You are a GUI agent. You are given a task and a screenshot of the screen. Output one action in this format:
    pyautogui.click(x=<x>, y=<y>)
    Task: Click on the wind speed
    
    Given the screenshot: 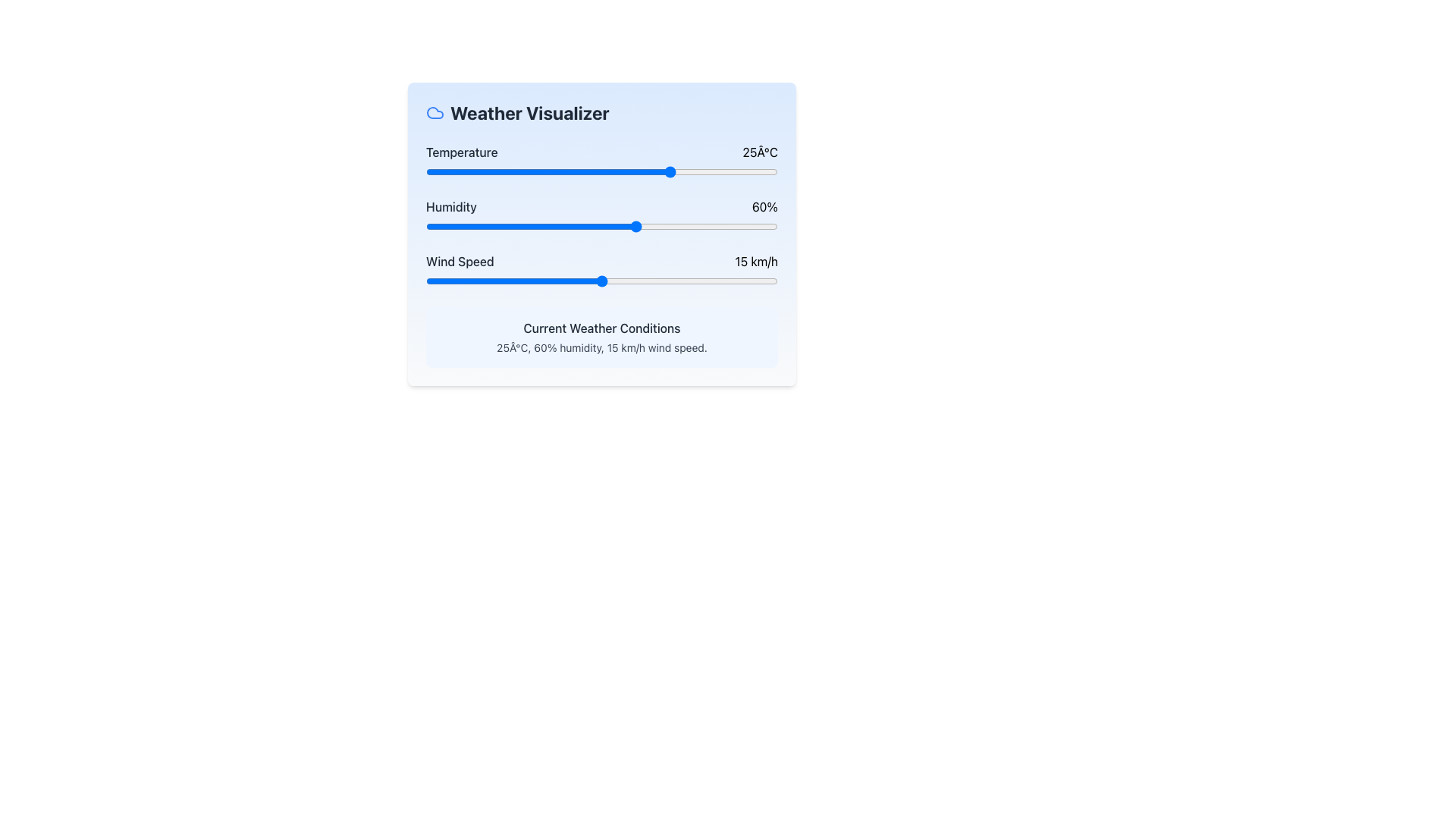 What is the action you would take?
    pyautogui.click(x=508, y=281)
    